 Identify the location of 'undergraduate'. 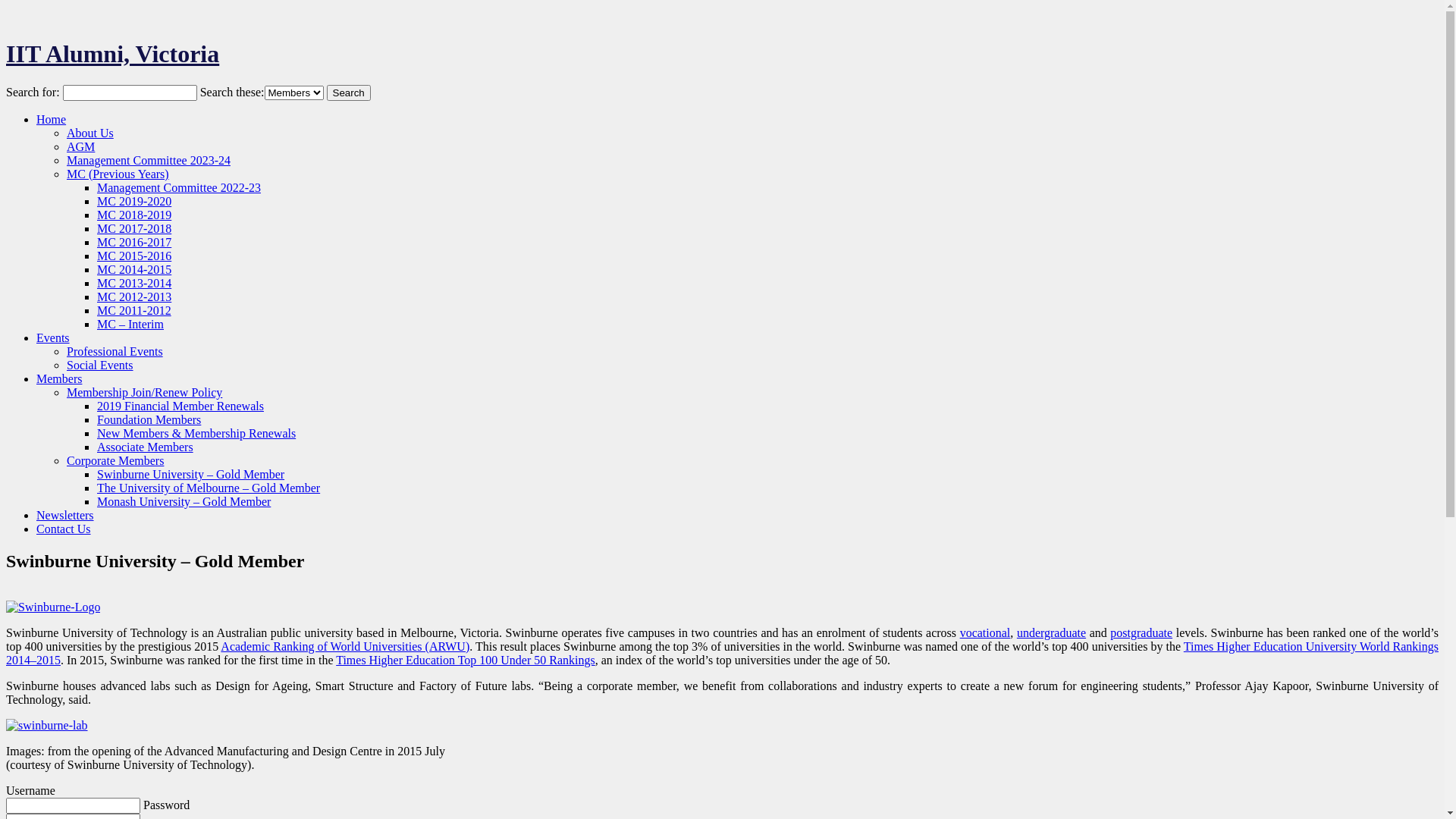
(1050, 632).